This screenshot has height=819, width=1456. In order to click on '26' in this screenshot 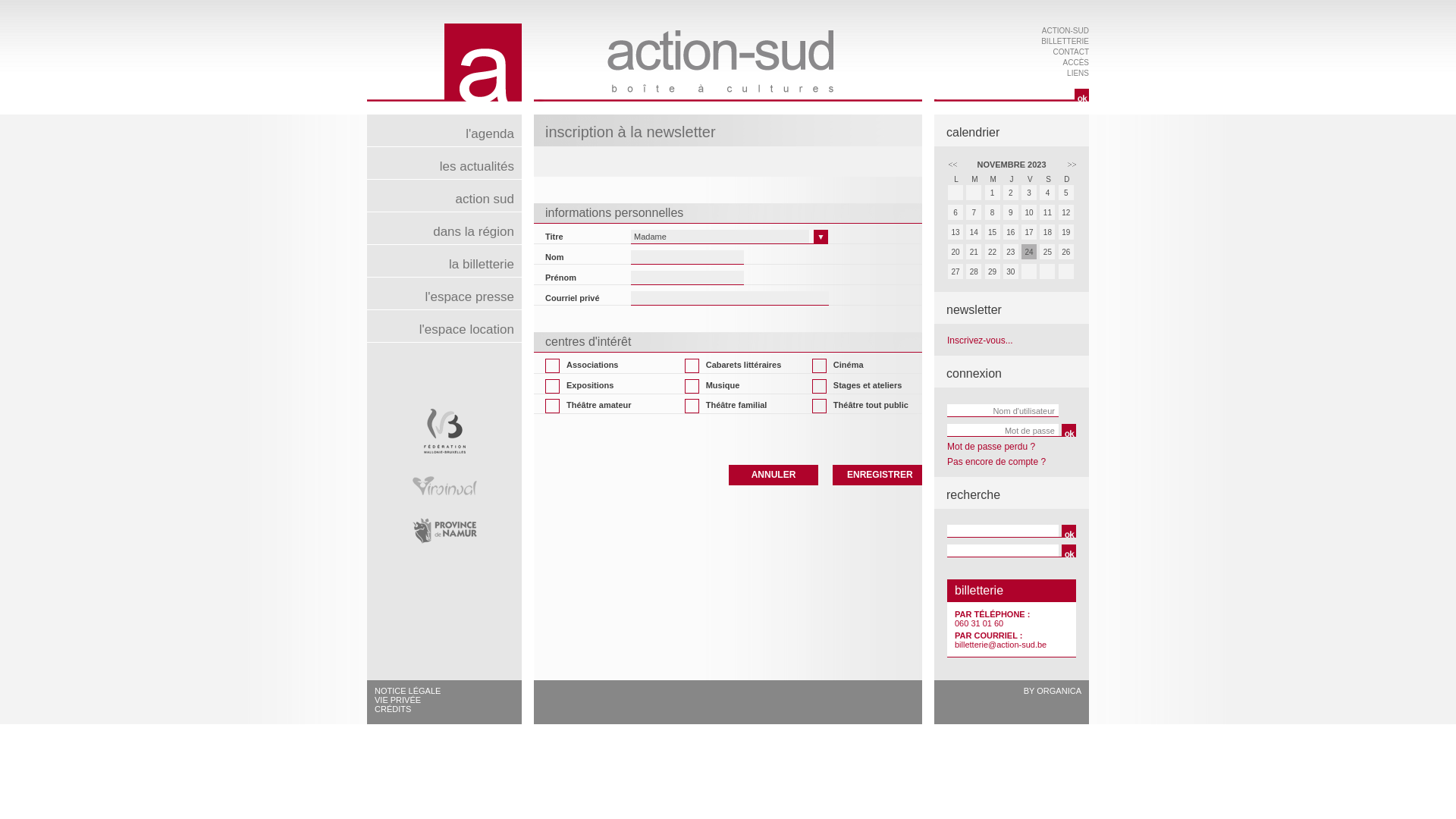, I will do `click(1065, 253)`.